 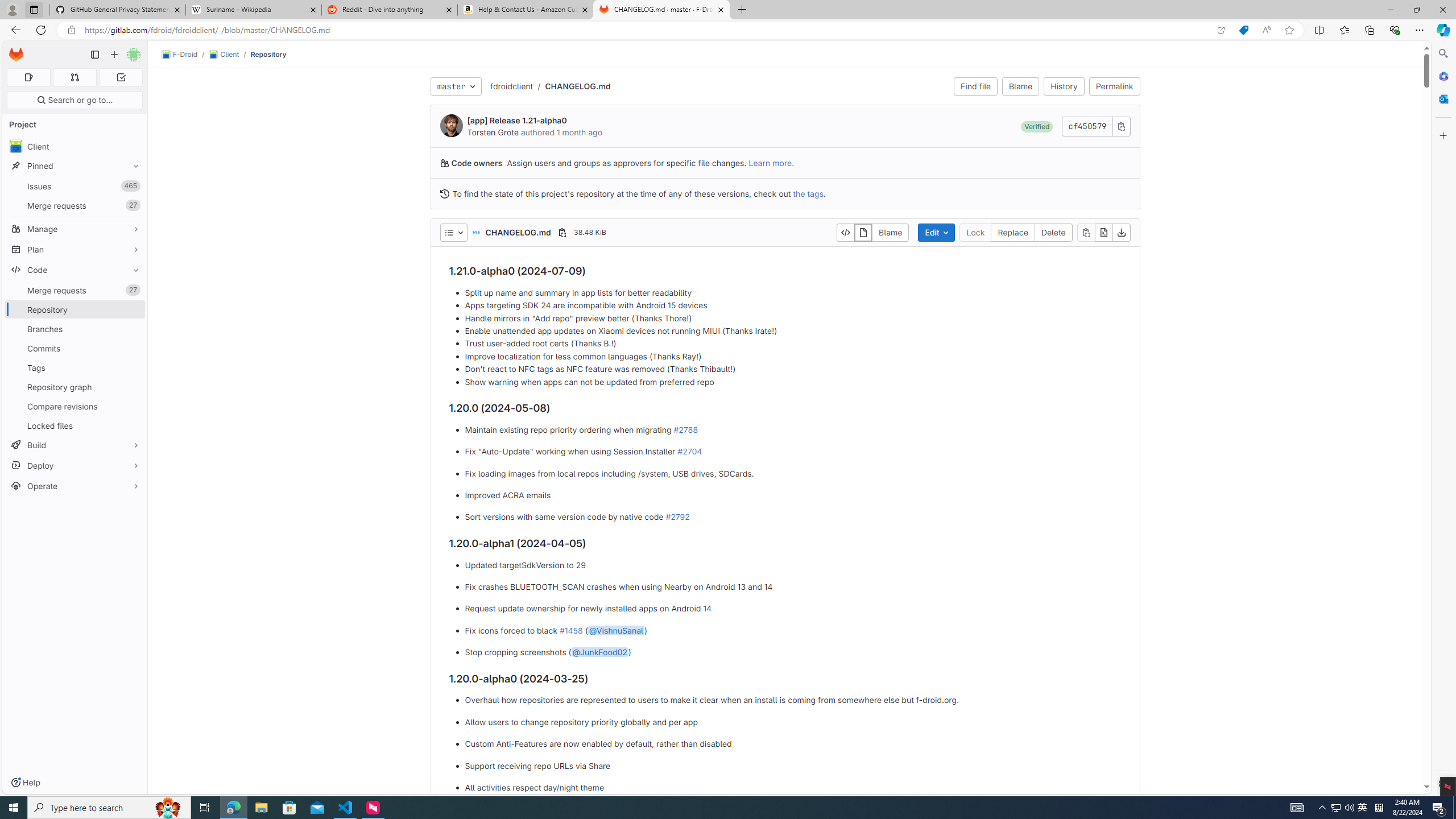 I want to click on 'Build', so click(x=74, y=444).